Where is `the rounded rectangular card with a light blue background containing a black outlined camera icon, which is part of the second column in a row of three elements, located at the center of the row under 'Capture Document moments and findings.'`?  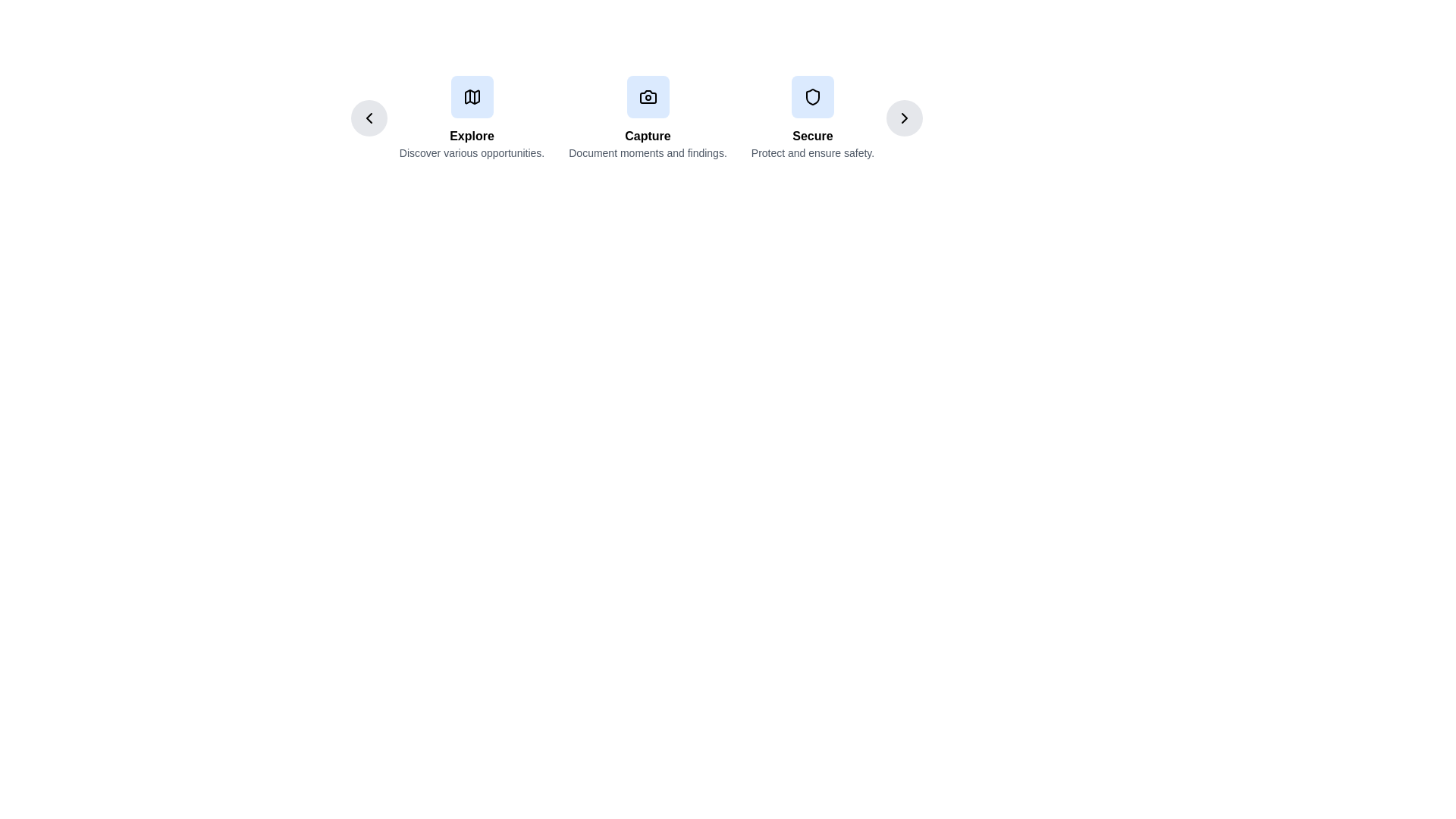 the rounded rectangular card with a light blue background containing a black outlined camera icon, which is part of the second column in a row of three elements, located at the center of the row under 'Capture Document moments and findings.' is located at coordinates (648, 96).